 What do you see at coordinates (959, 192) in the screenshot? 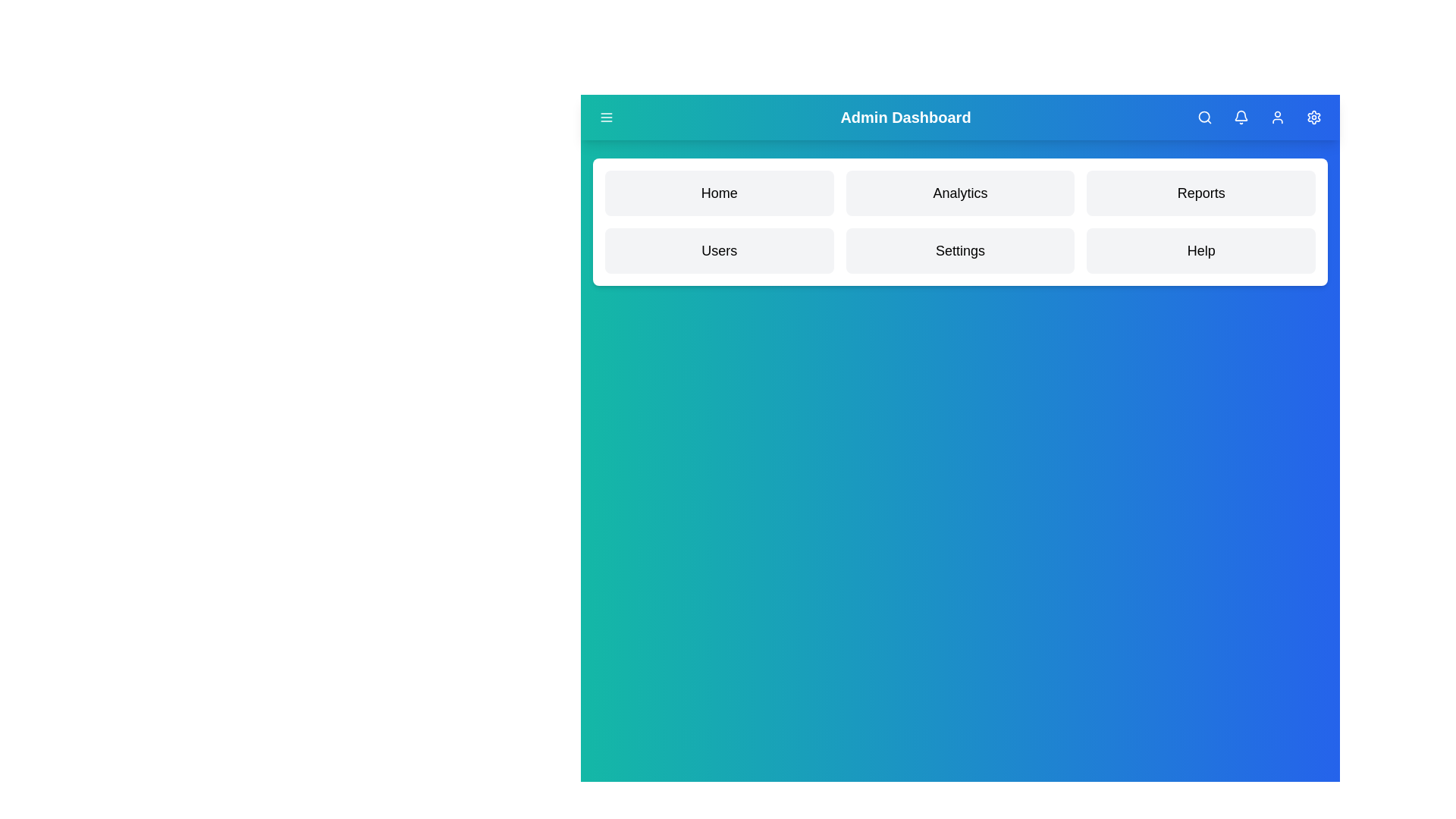
I see `the menu item Analytics to navigate to its section` at bounding box center [959, 192].